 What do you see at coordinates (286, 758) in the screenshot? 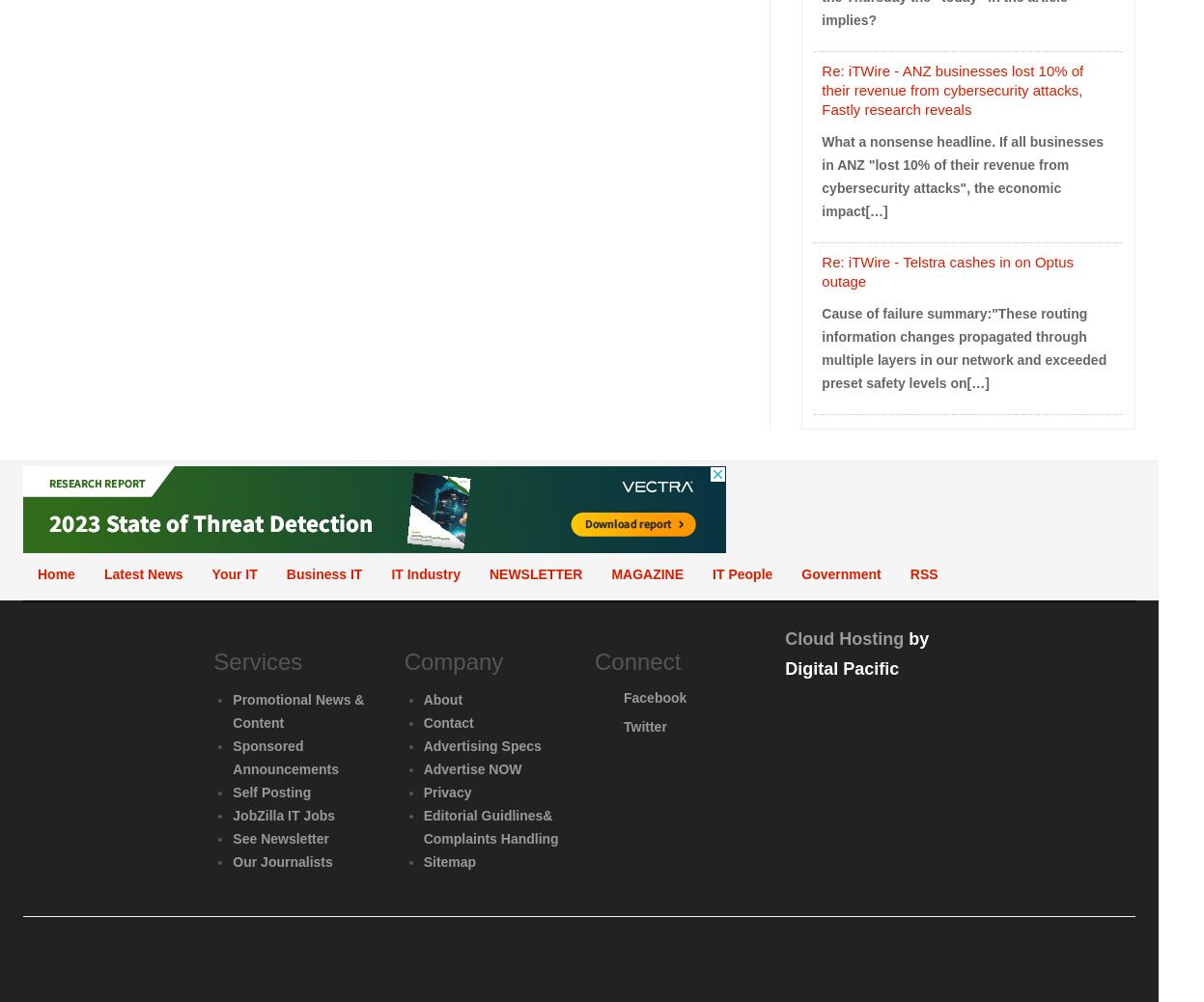
I see `'Sponsored Announcements'` at bounding box center [286, 758].